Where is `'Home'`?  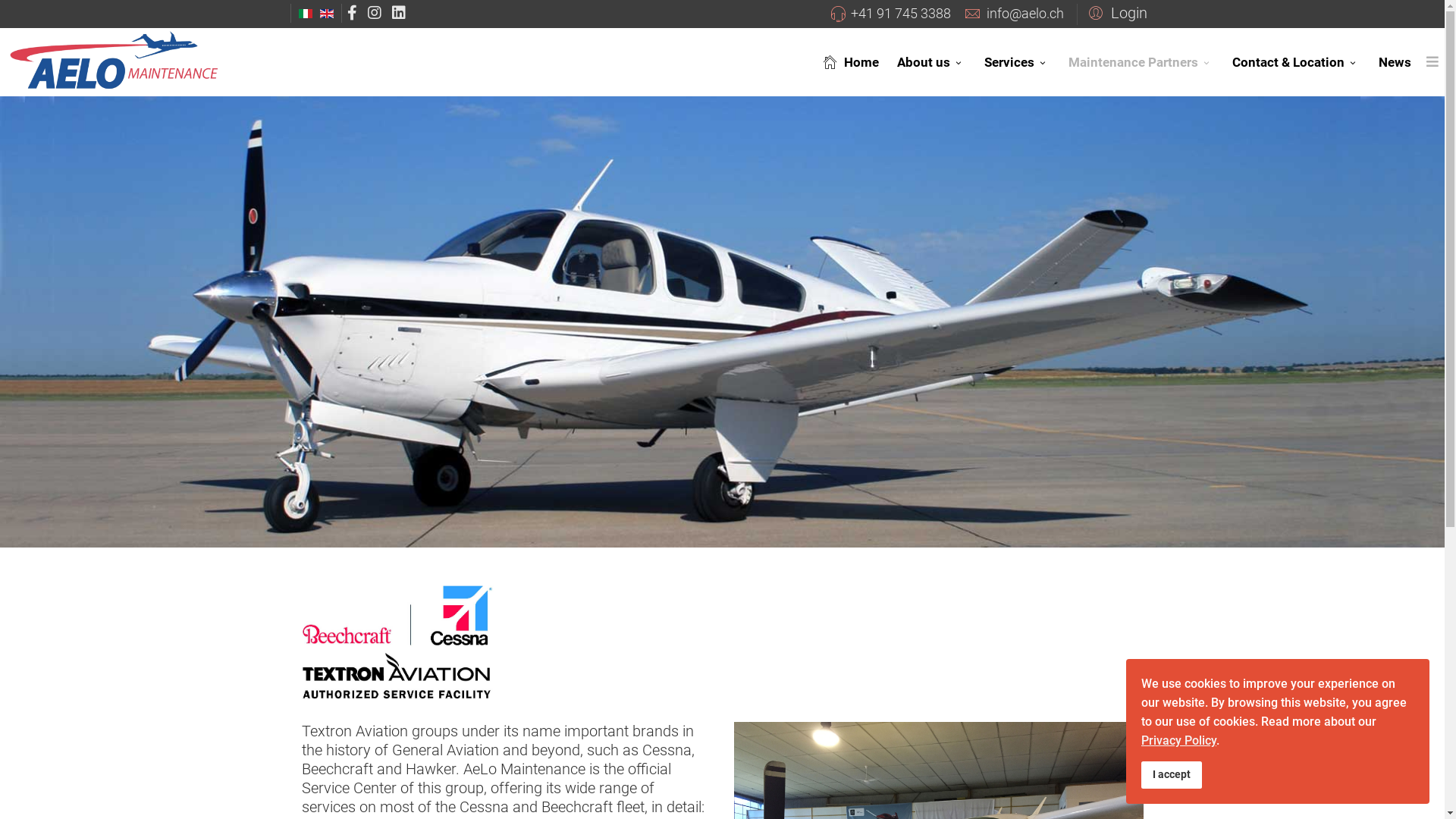 'Home' is located at coordinates (847, 61).